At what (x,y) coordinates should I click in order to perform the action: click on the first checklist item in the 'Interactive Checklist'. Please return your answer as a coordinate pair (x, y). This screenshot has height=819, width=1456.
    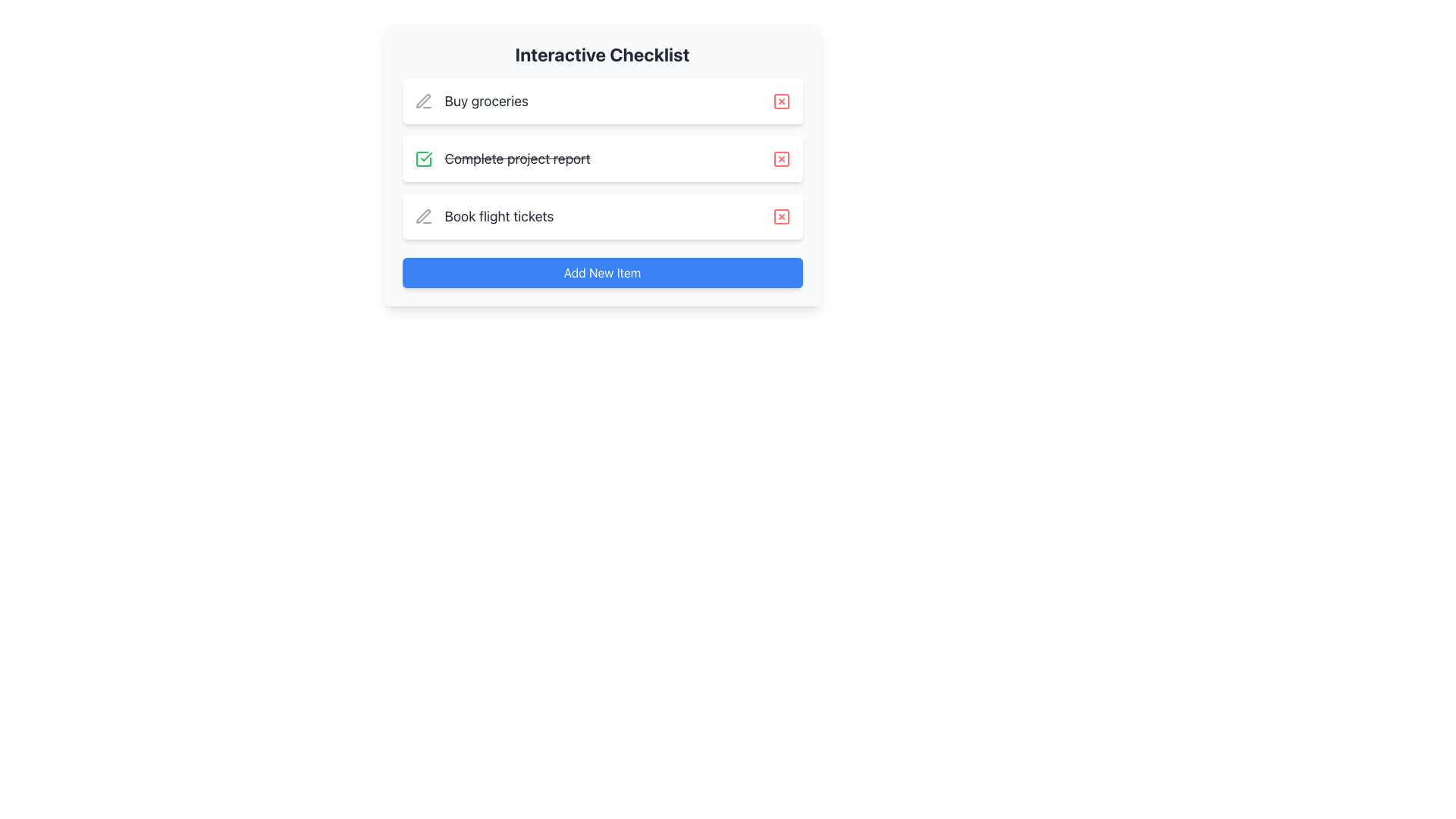
    Looking at the image, I should click on (601, 102).